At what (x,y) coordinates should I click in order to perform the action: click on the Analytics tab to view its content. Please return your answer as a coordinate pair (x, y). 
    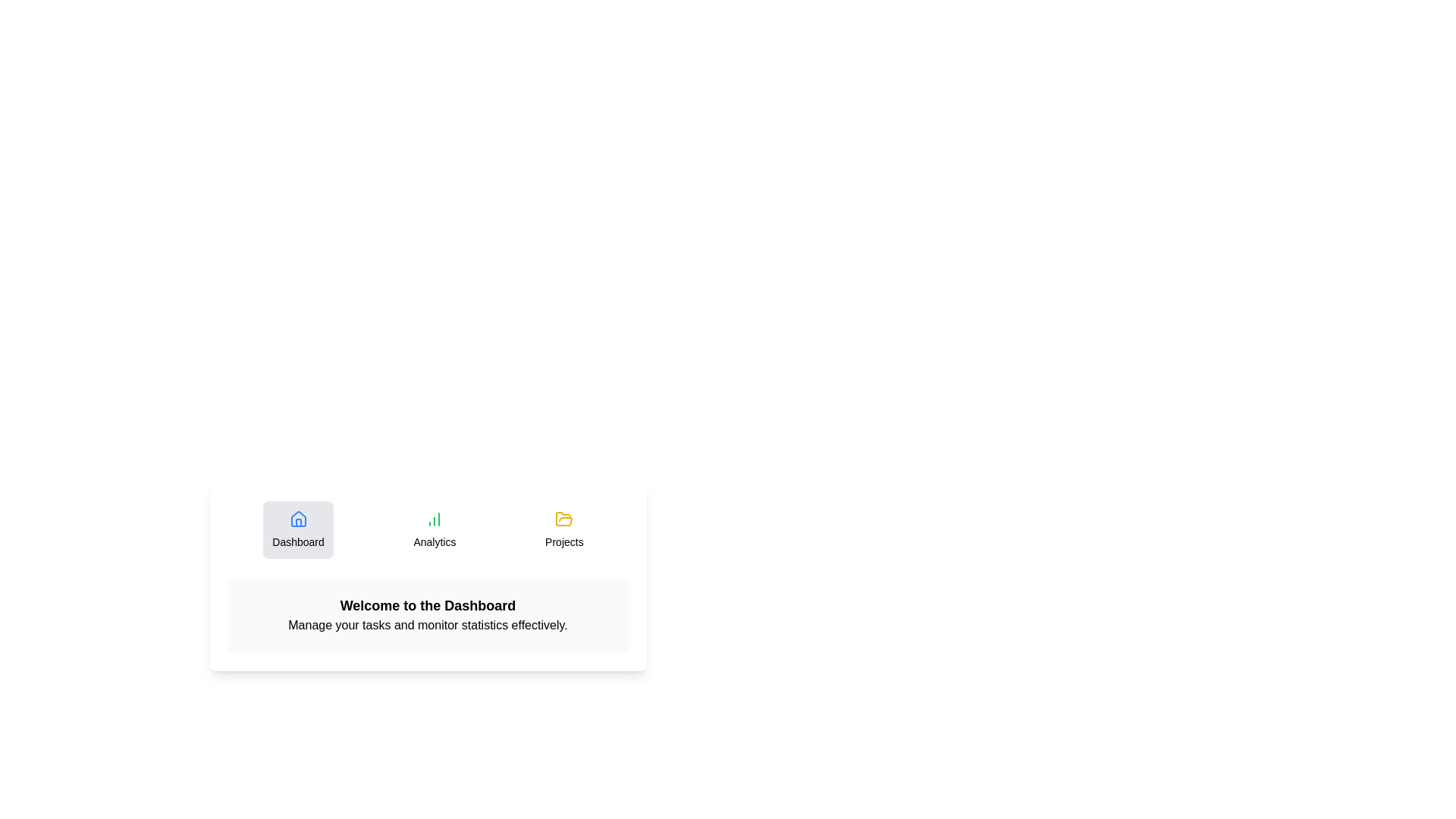
    Looking at the image, I should click on (434, 529).